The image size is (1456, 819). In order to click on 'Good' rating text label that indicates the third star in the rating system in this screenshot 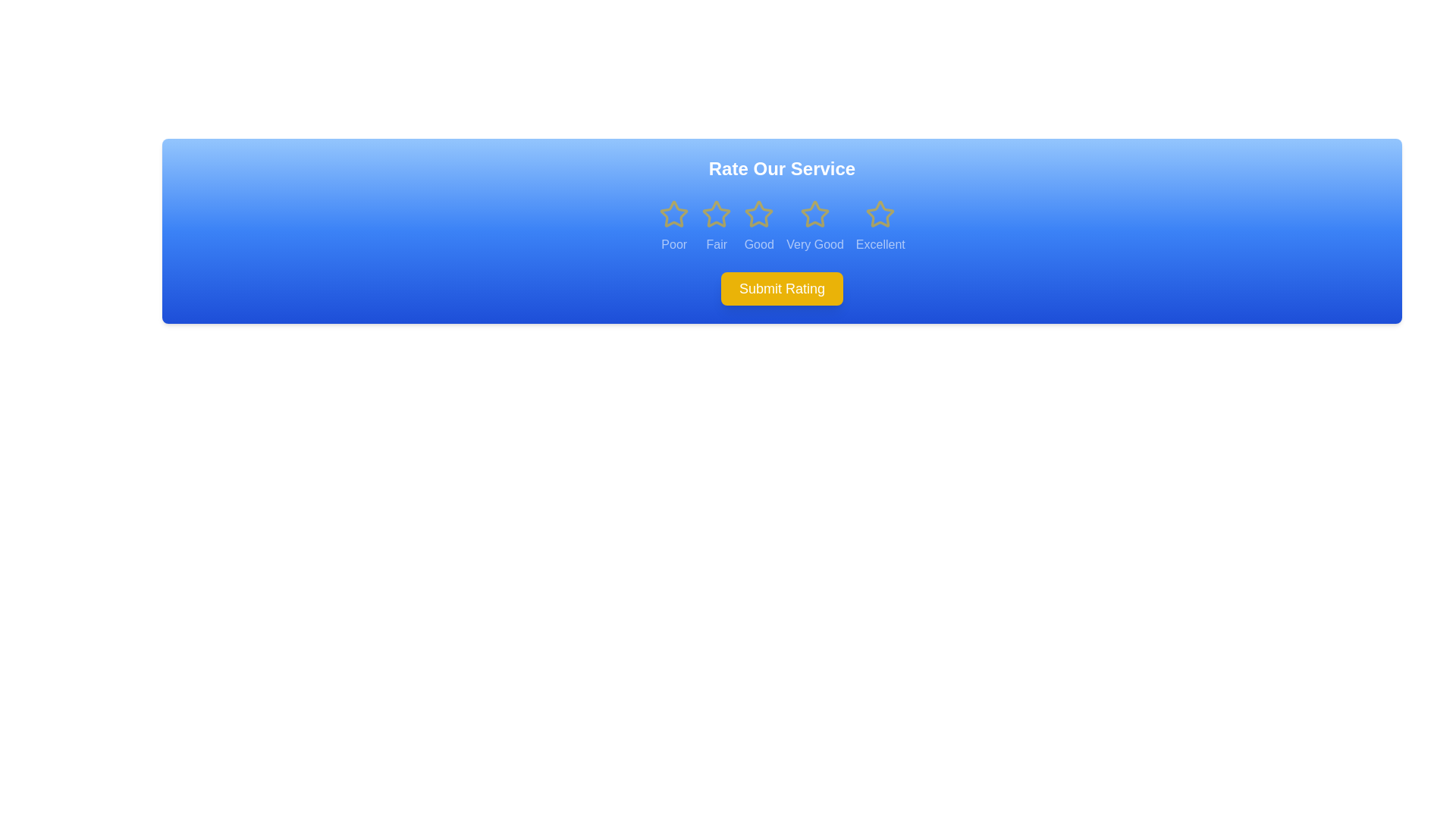, I will do `click(759, 244)`.